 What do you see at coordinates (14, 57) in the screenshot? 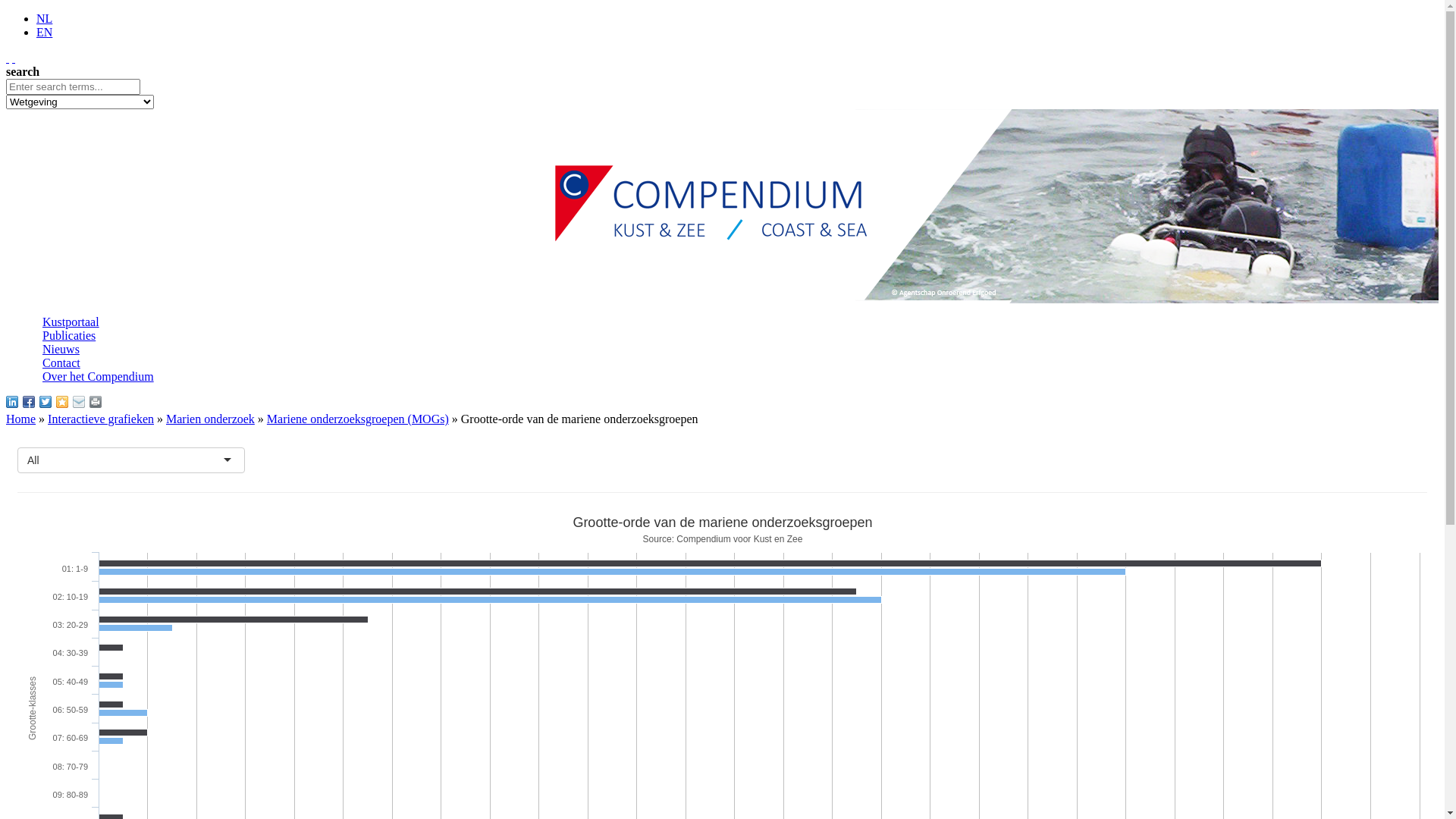
I see `' '` at bounding box center [14, 57].